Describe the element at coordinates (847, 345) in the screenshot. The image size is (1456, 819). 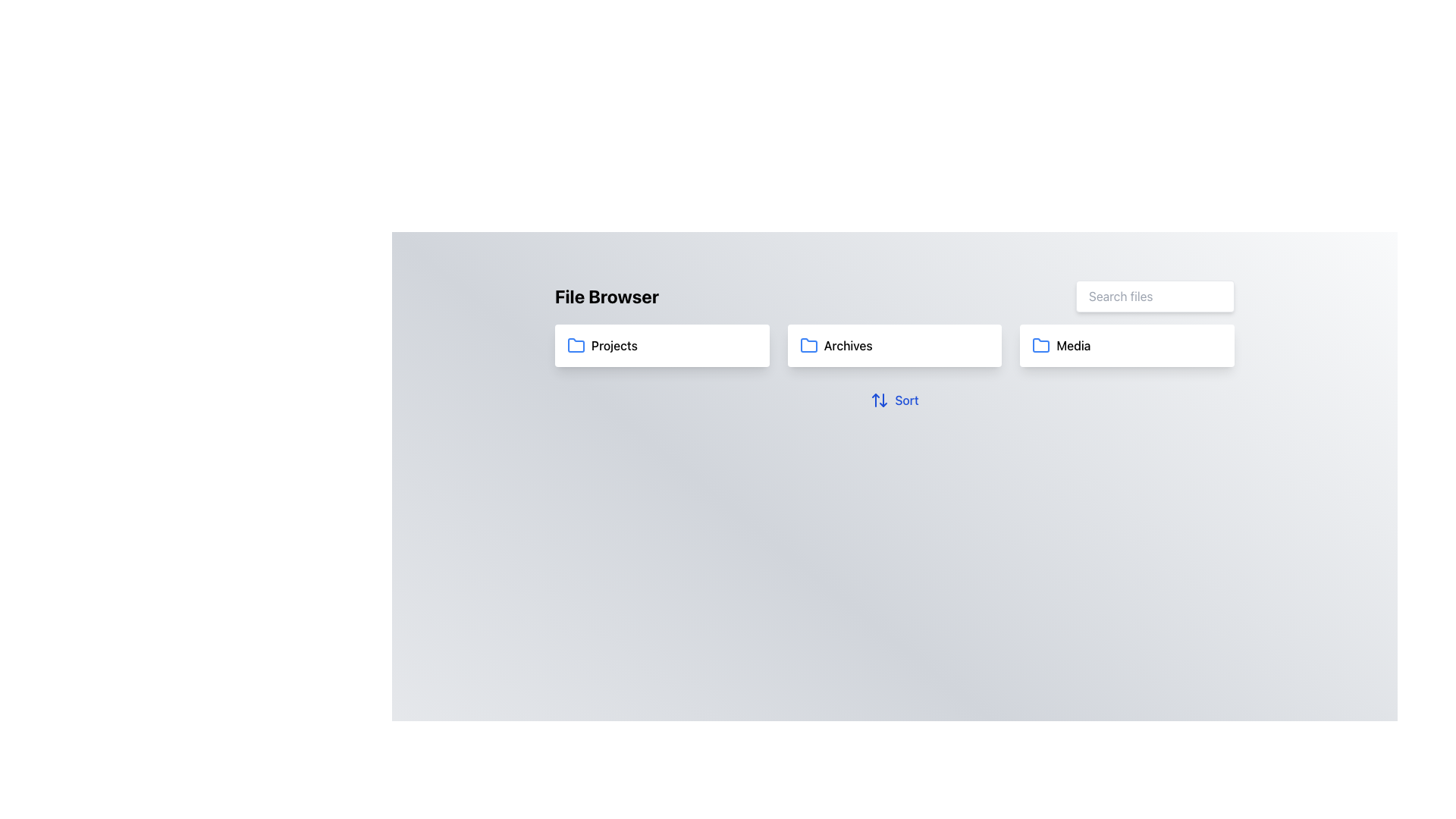
I see `the text label reading 'Archives', which is styled with medium-weight font and positioned next to a folder icon, to identify the item` at that location.